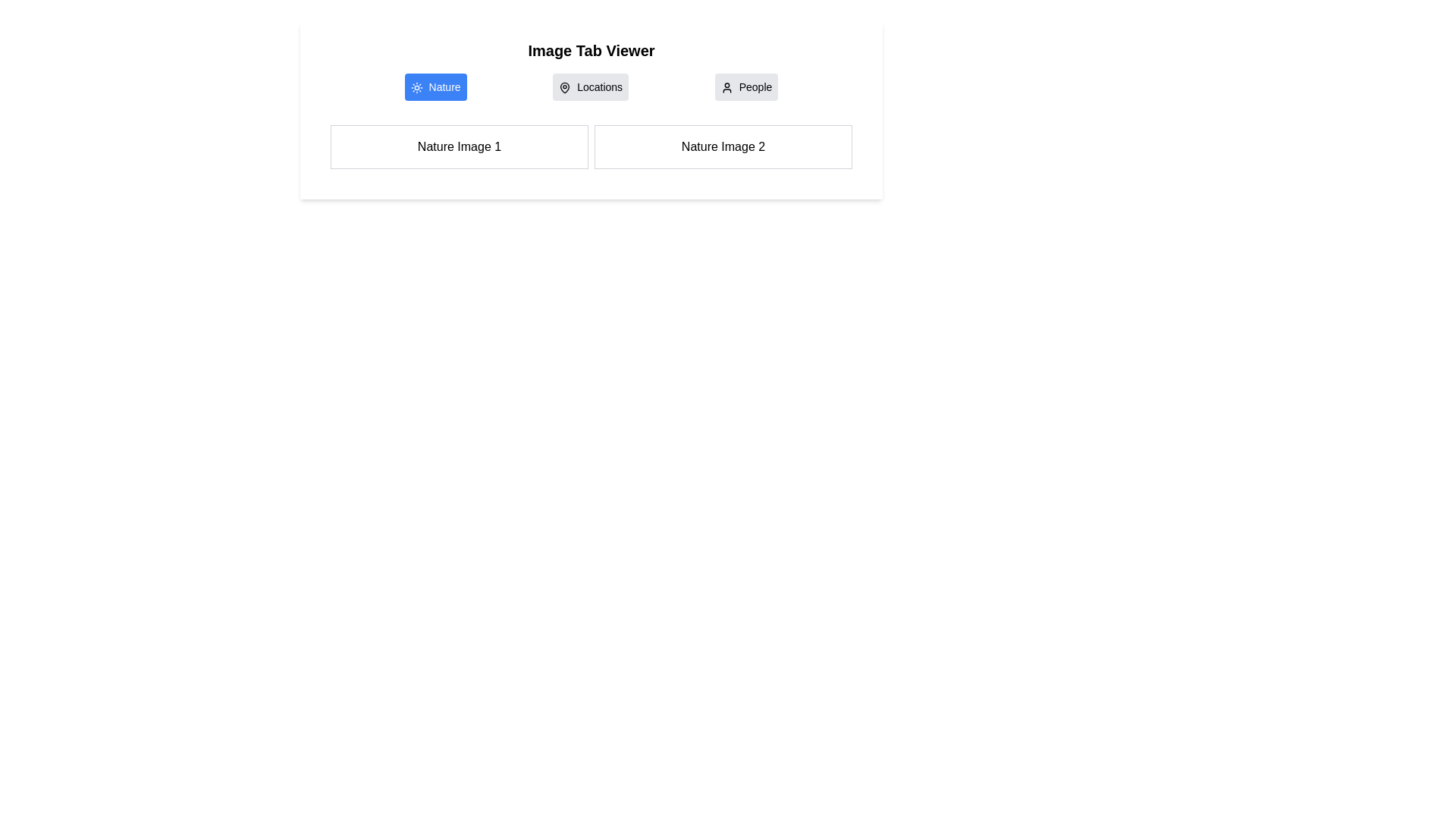 This screenshot has width=1456, height=819. I want to click on the 'Nature' button in the horizontal navigation bar, so click(435, 87).